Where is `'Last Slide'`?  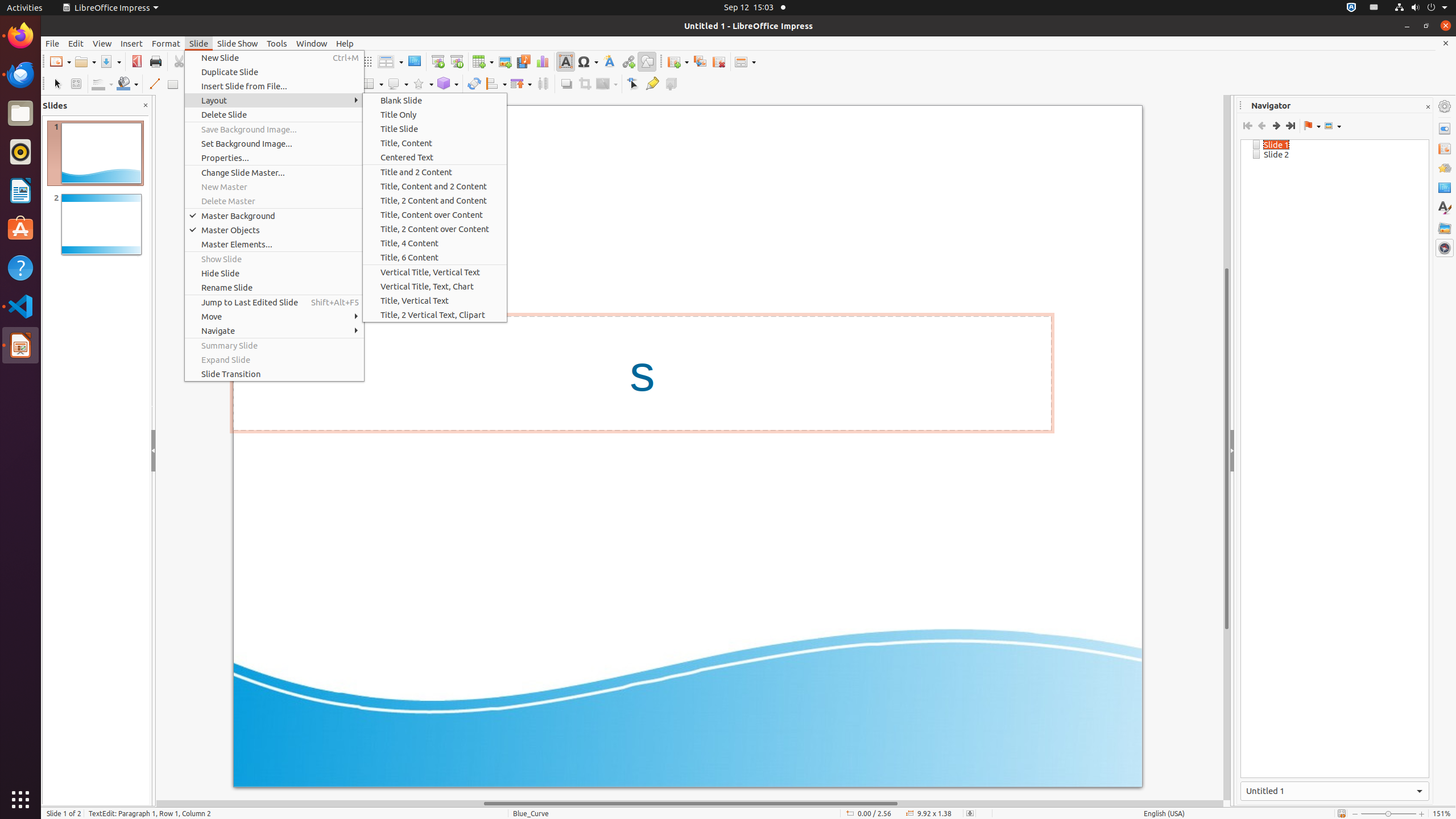
'Last Slide' is located at coordinates (1289, 126).